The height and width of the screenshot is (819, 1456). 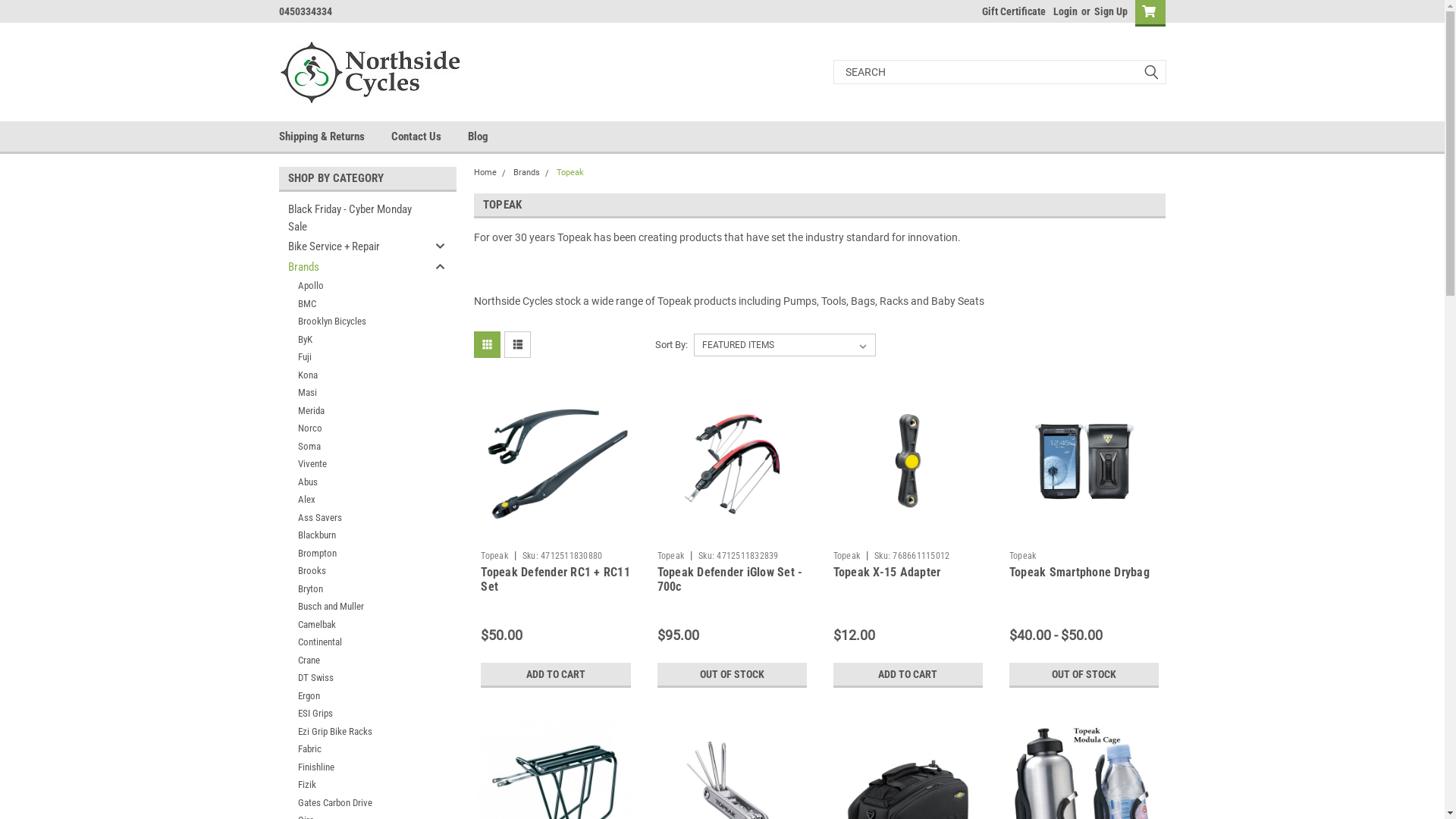 What do you see at coordinates (466, 136) in the screenshot?
I see `'Blog'` at bounding box center [466, 136].